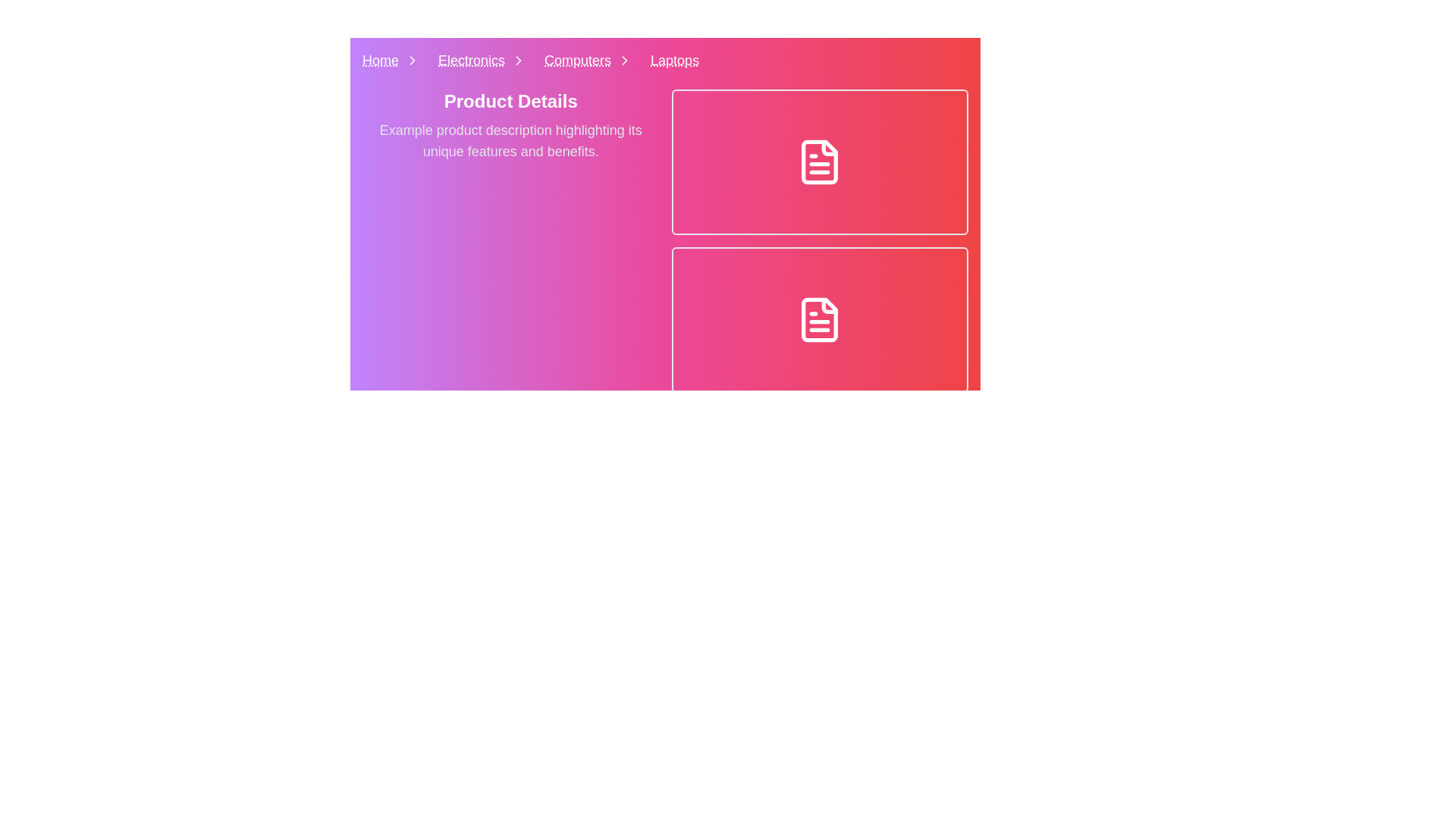  Describe the element at coordinates (625, 60) in the screenshot. I see `the chevron icon in the breadcrumb navigation that visually separates 'Computers' and 'Laptops' text elements` at that location.